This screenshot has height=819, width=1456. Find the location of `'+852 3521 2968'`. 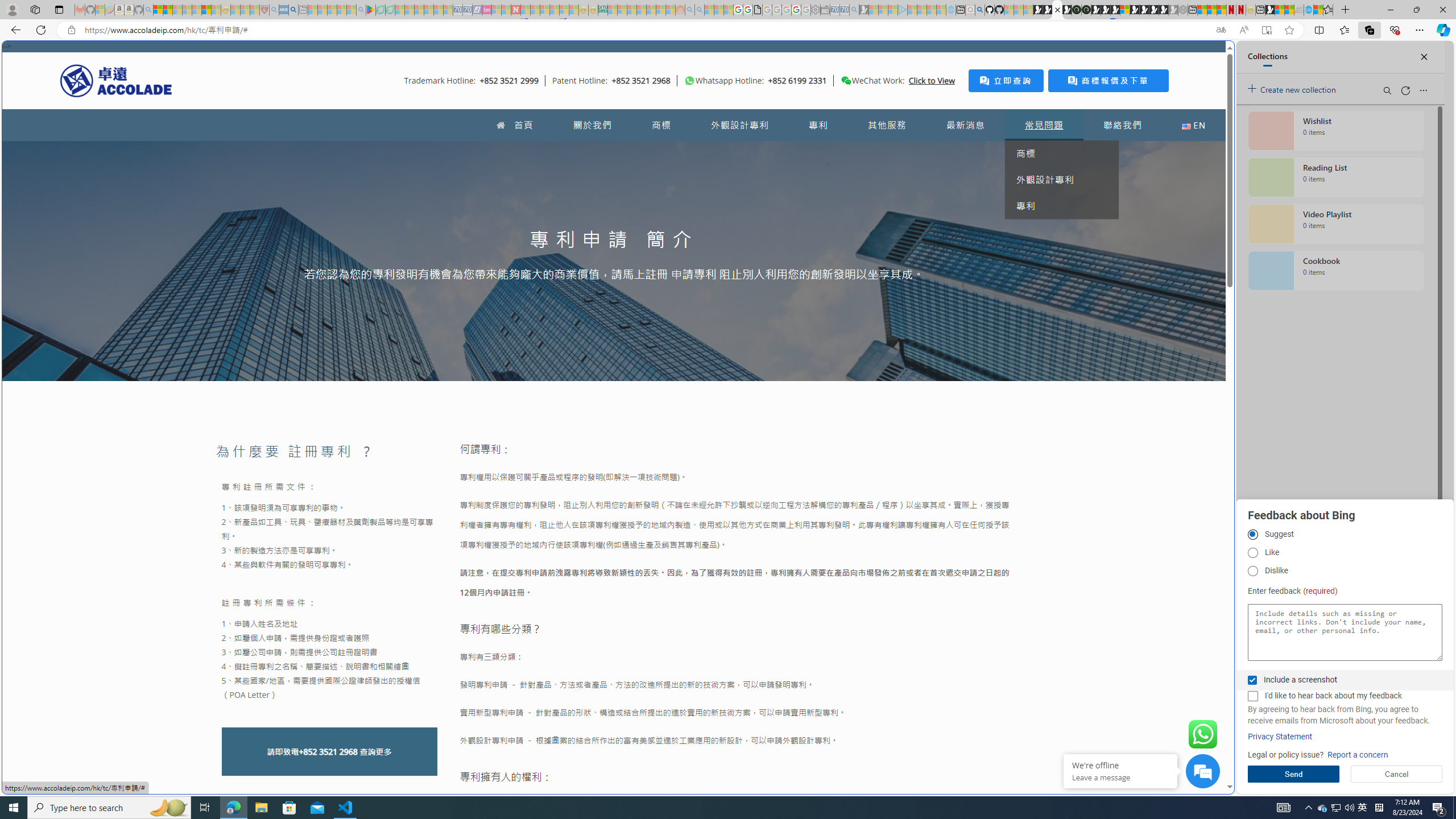

'+852 3521 2968' is located at coordinates (328, 751).